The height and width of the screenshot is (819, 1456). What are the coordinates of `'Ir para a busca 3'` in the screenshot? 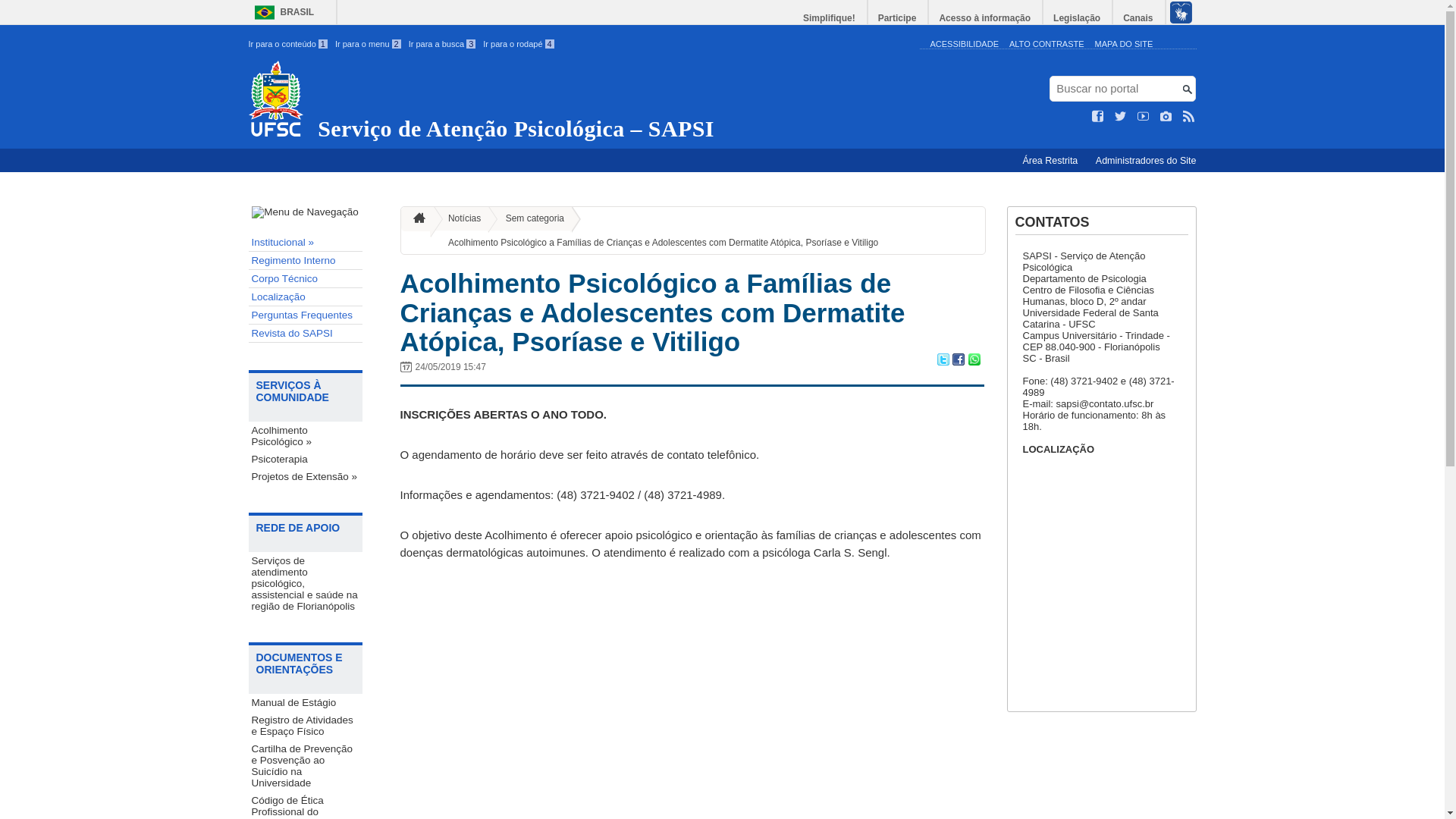 It's located at (408, 42).